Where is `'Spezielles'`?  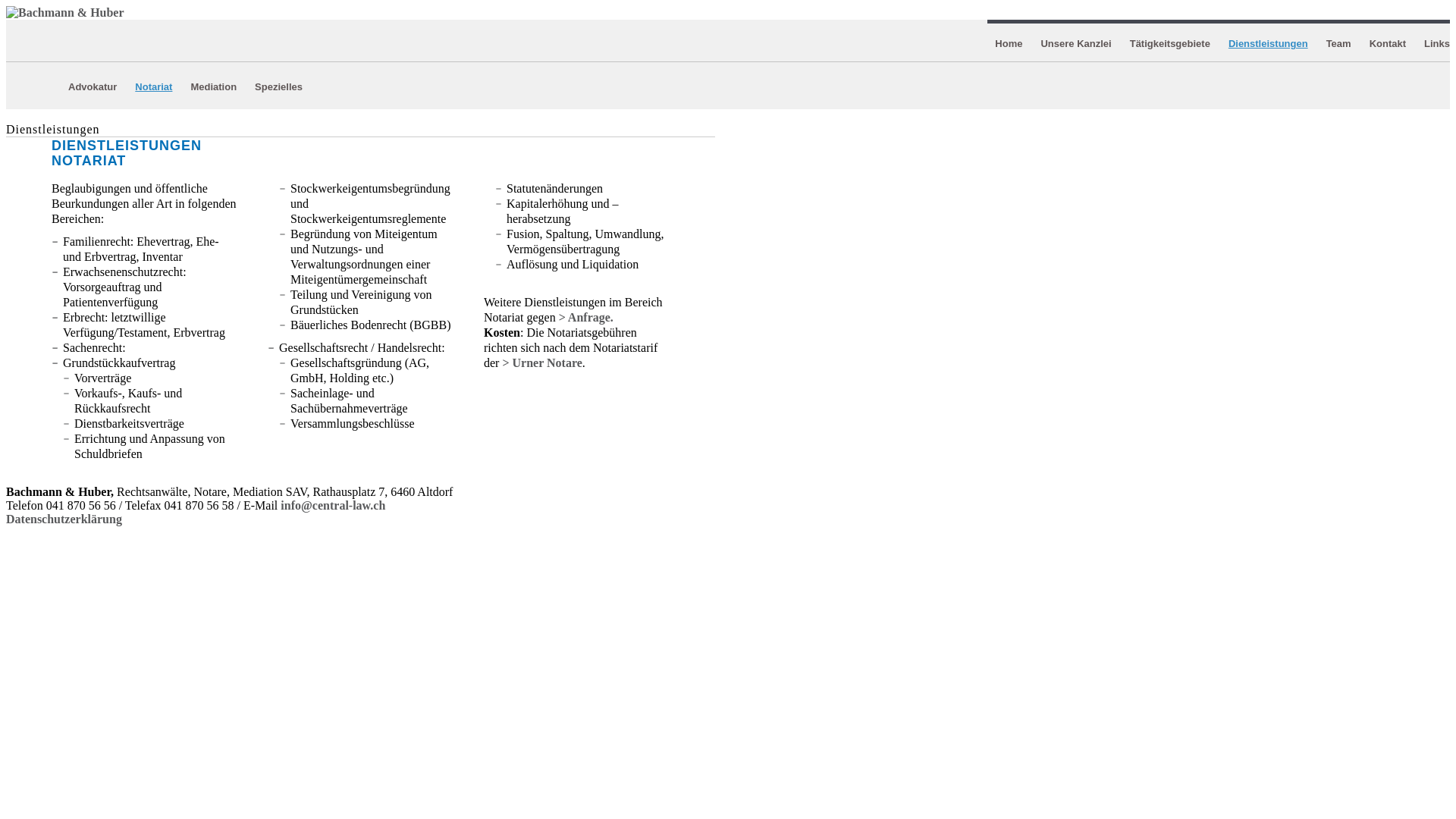
'Spezielles' is located at coordinates (278, 86).